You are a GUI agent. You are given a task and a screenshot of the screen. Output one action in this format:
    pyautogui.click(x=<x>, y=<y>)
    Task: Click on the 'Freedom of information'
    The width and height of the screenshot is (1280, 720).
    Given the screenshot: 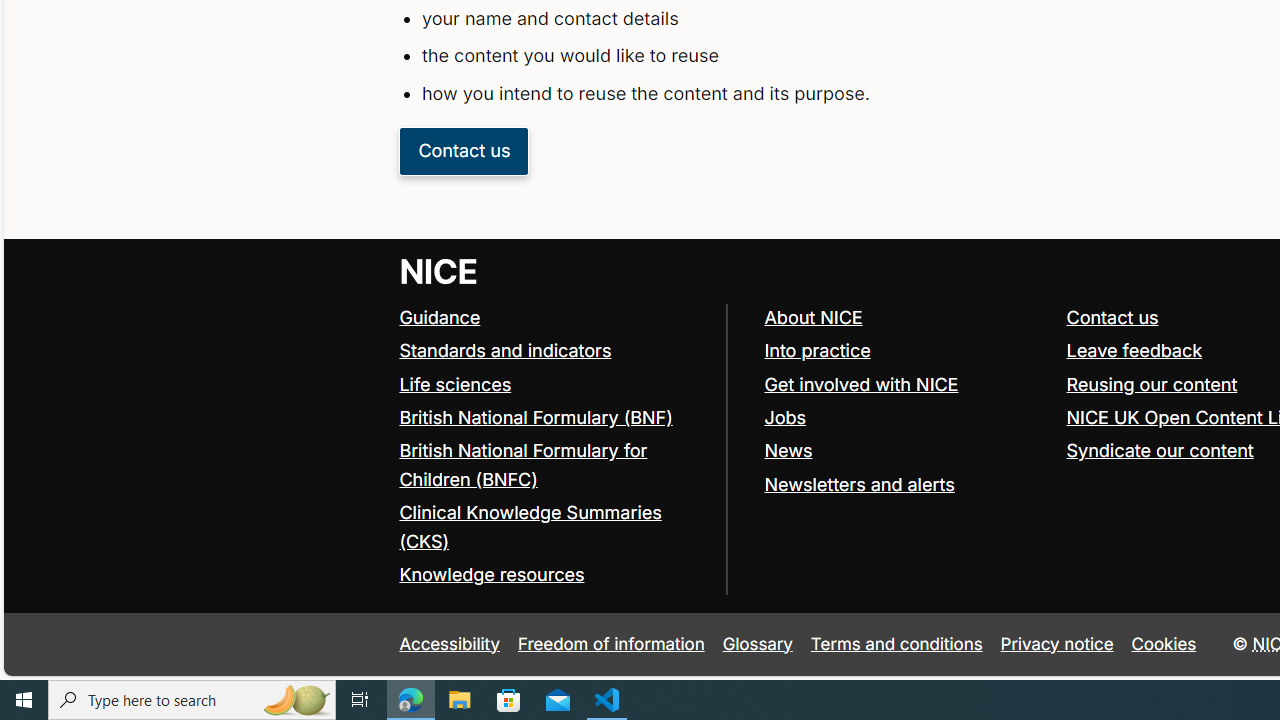 What is the action you would take?
    pyautogui.click(x=610, y=644)
    